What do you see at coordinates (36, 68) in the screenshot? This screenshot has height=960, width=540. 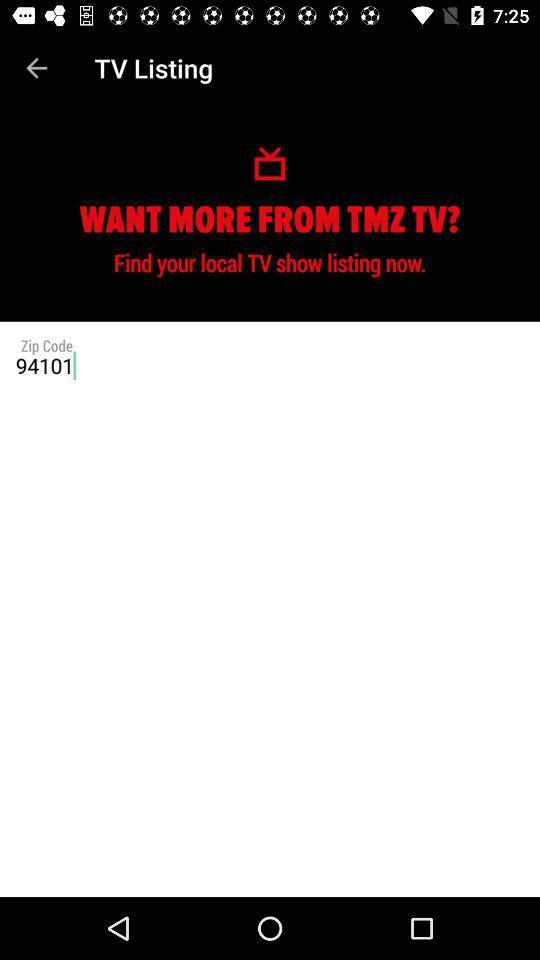 I see `the item above the zip code` at bounding box center [36, 68].